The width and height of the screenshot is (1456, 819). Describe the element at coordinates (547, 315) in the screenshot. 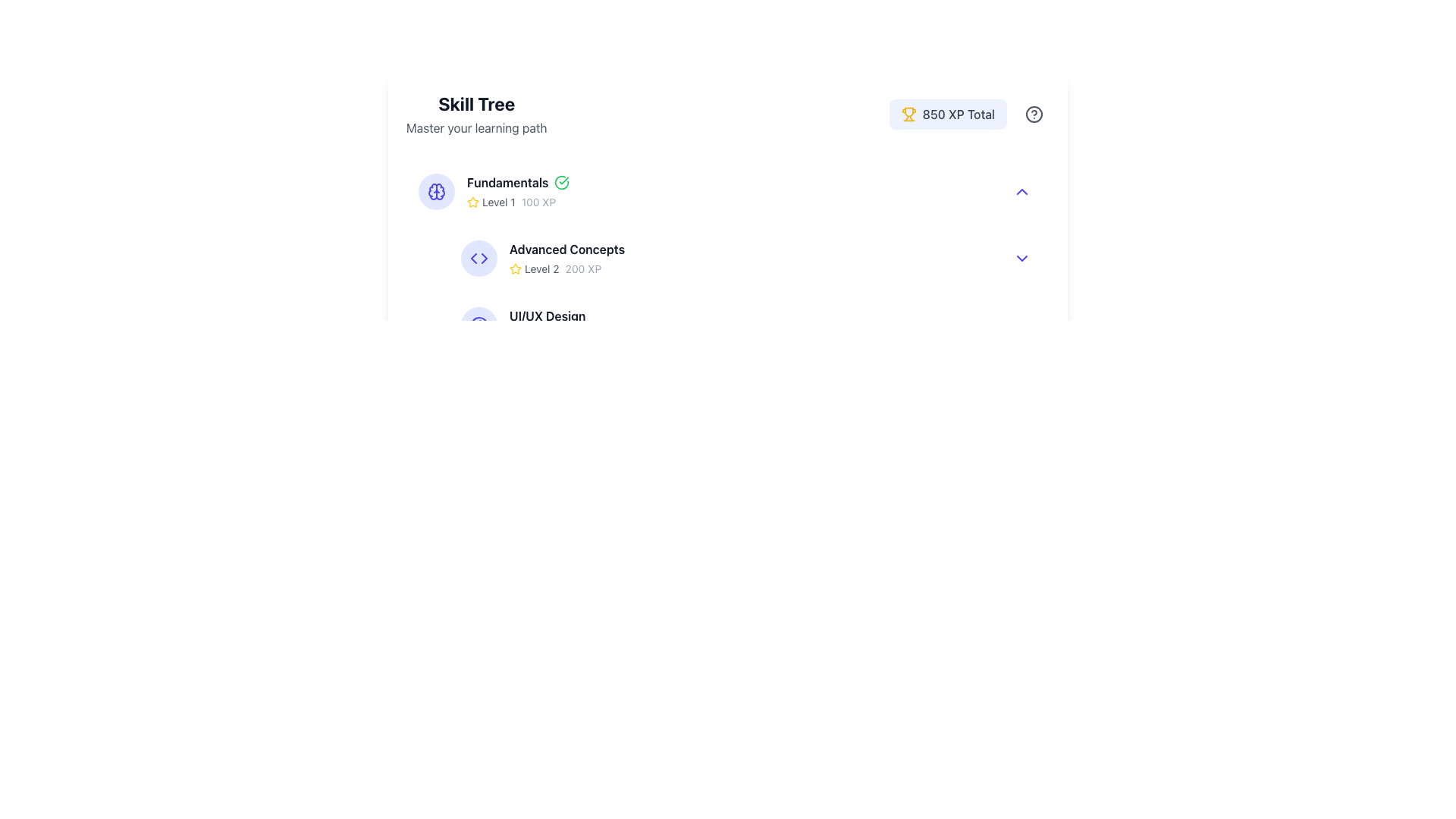

I see `the text label 'UI/UX Design', which identifies a specific skill within the 'Skill Tree' section, located below 'Advanced Concepts'` at that location.